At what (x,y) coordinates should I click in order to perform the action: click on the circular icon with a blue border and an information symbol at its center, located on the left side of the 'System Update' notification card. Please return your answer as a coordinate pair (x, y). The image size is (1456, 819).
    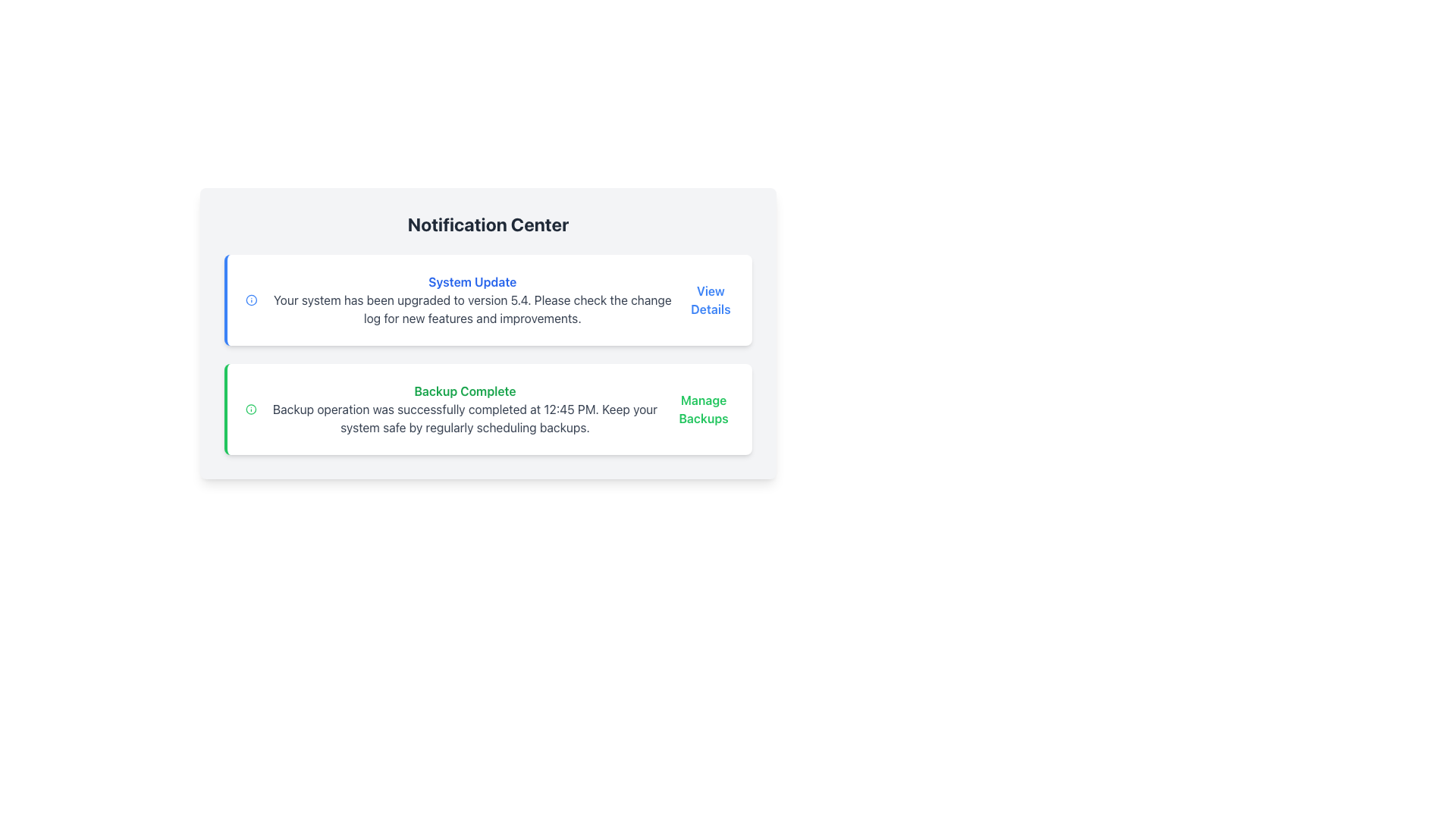
    Looking at the image, I should click on (251, 300).